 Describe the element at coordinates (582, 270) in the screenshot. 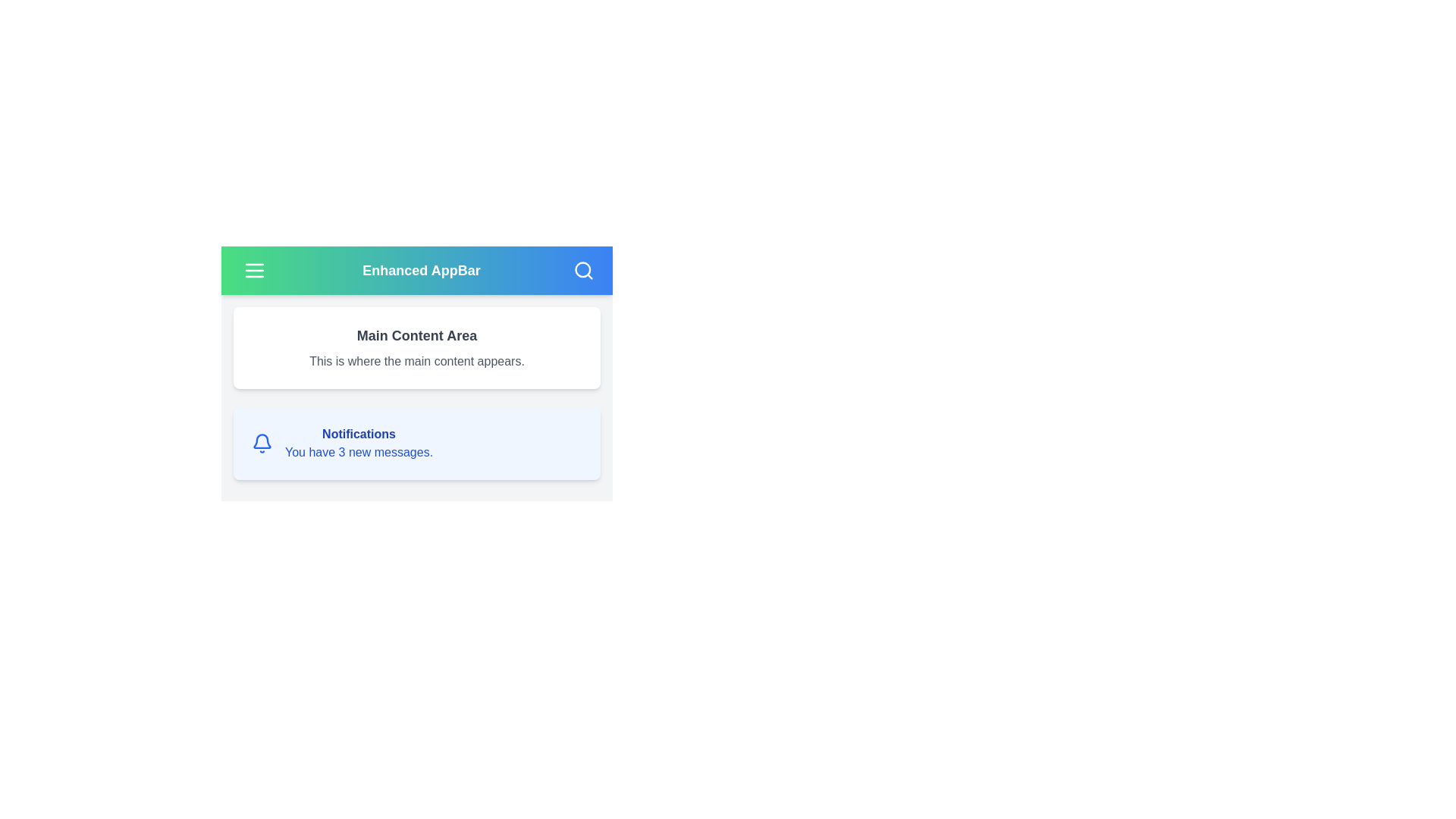

I see `the search icon in the top-right corner of the app bar` at that location.